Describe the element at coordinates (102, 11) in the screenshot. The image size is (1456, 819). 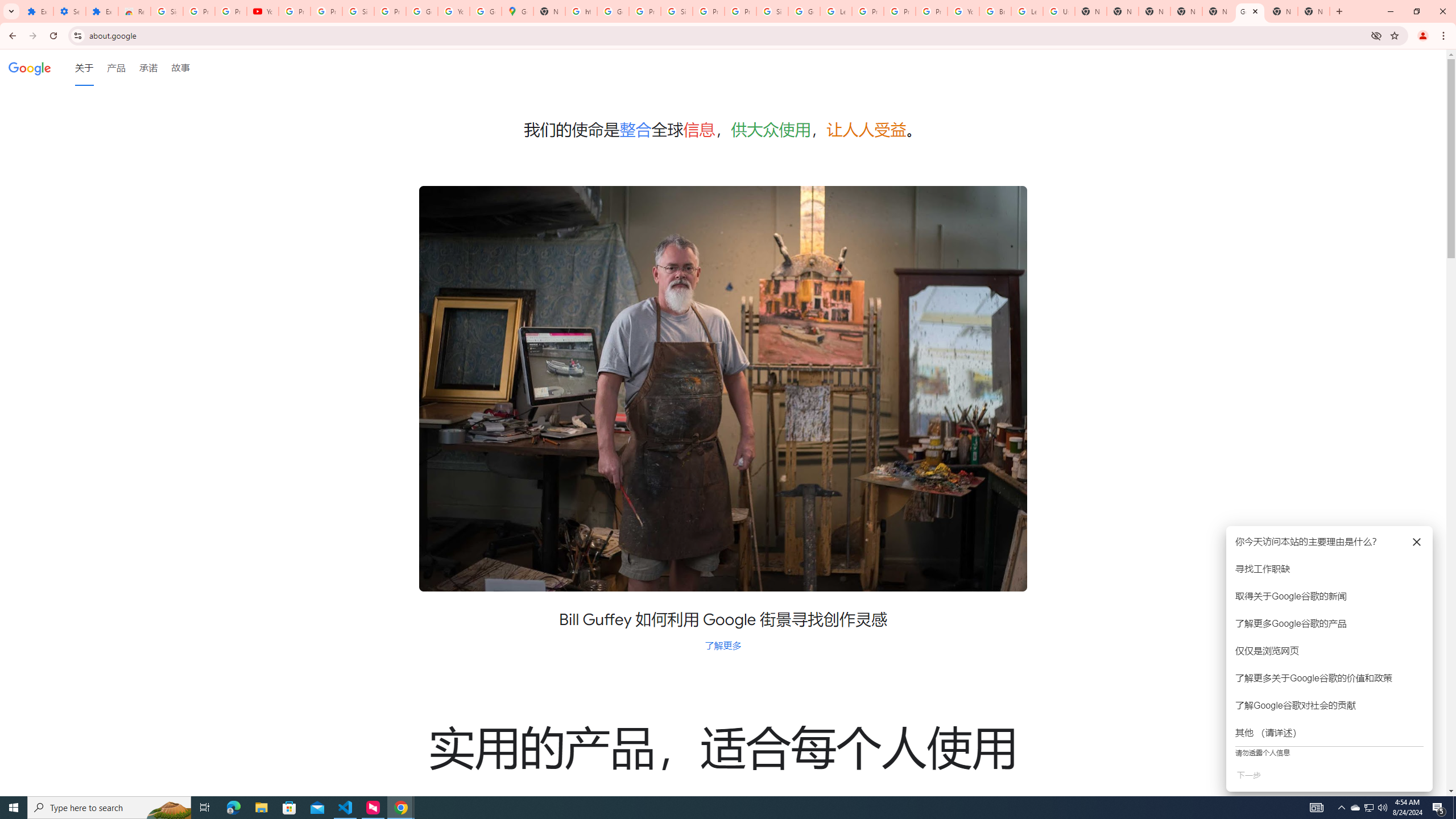
I see `'Extensions'` at that location.